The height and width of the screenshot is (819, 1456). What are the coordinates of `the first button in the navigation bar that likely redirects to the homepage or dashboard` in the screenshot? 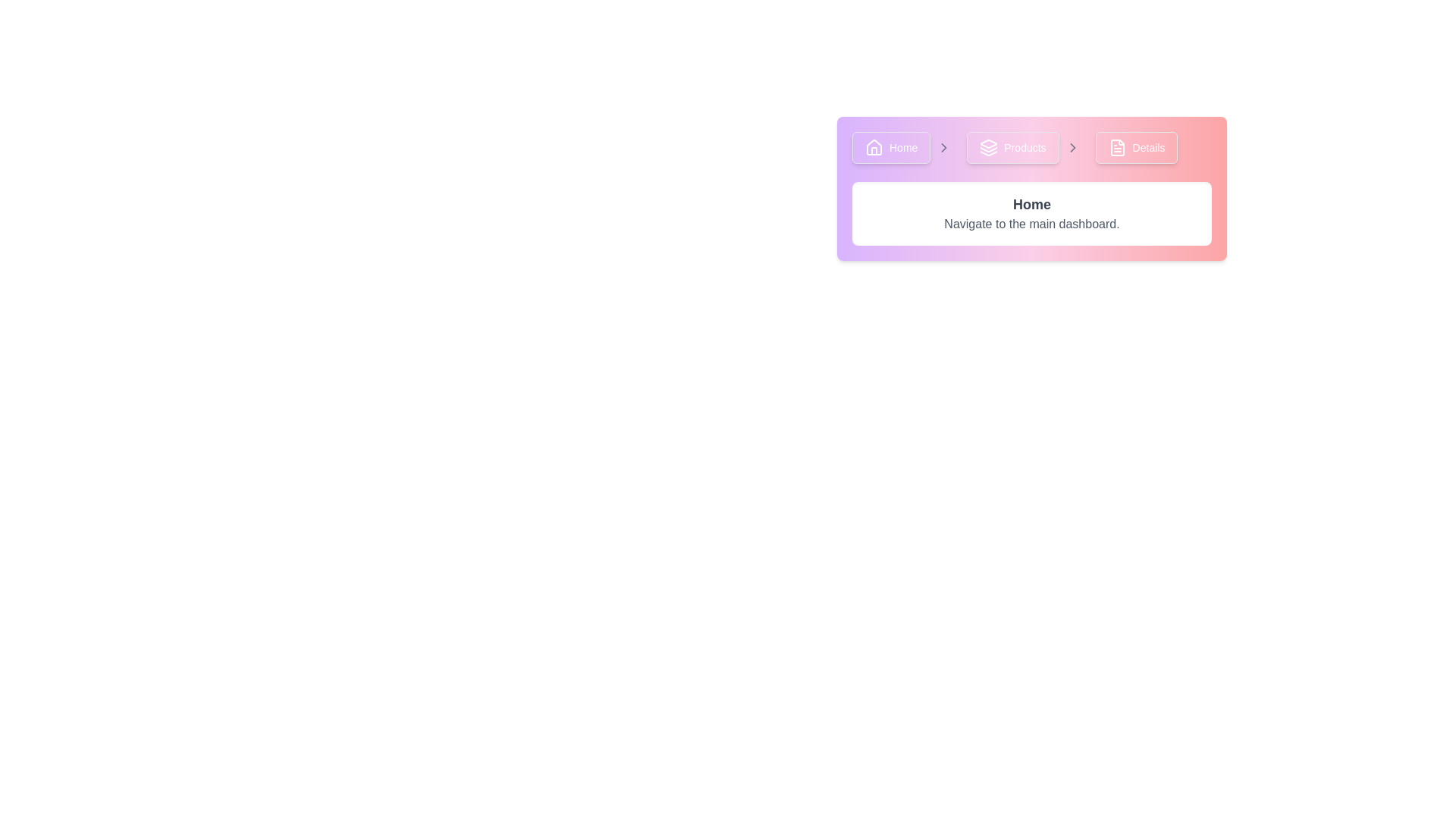 It's located at (905, 148).